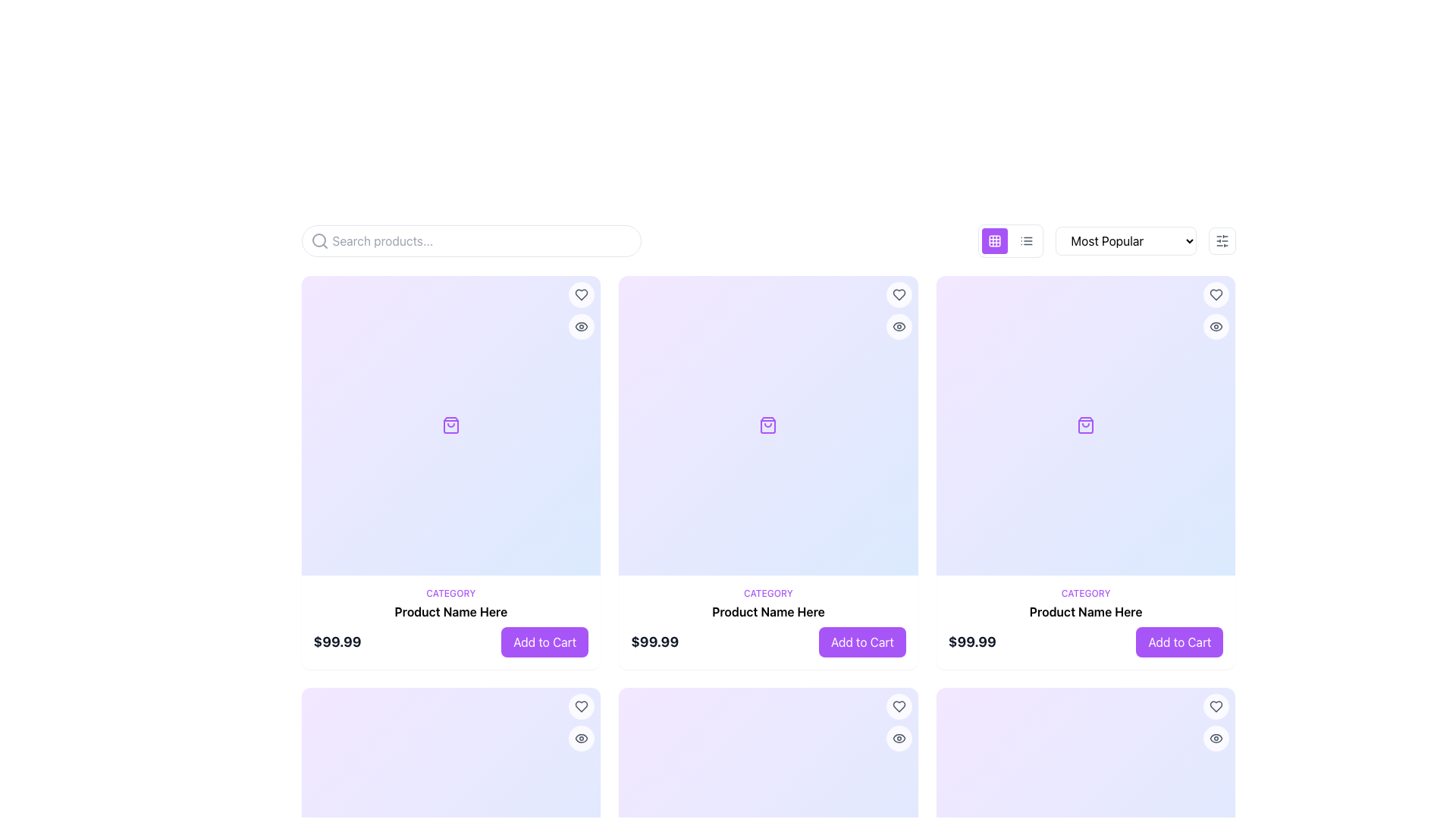  What do you see at coordinates (899, 706) in the screenshot?
I see `the heart-shaped icon button located in the upper-right corner of the product card` at bounding box center [899, 706].